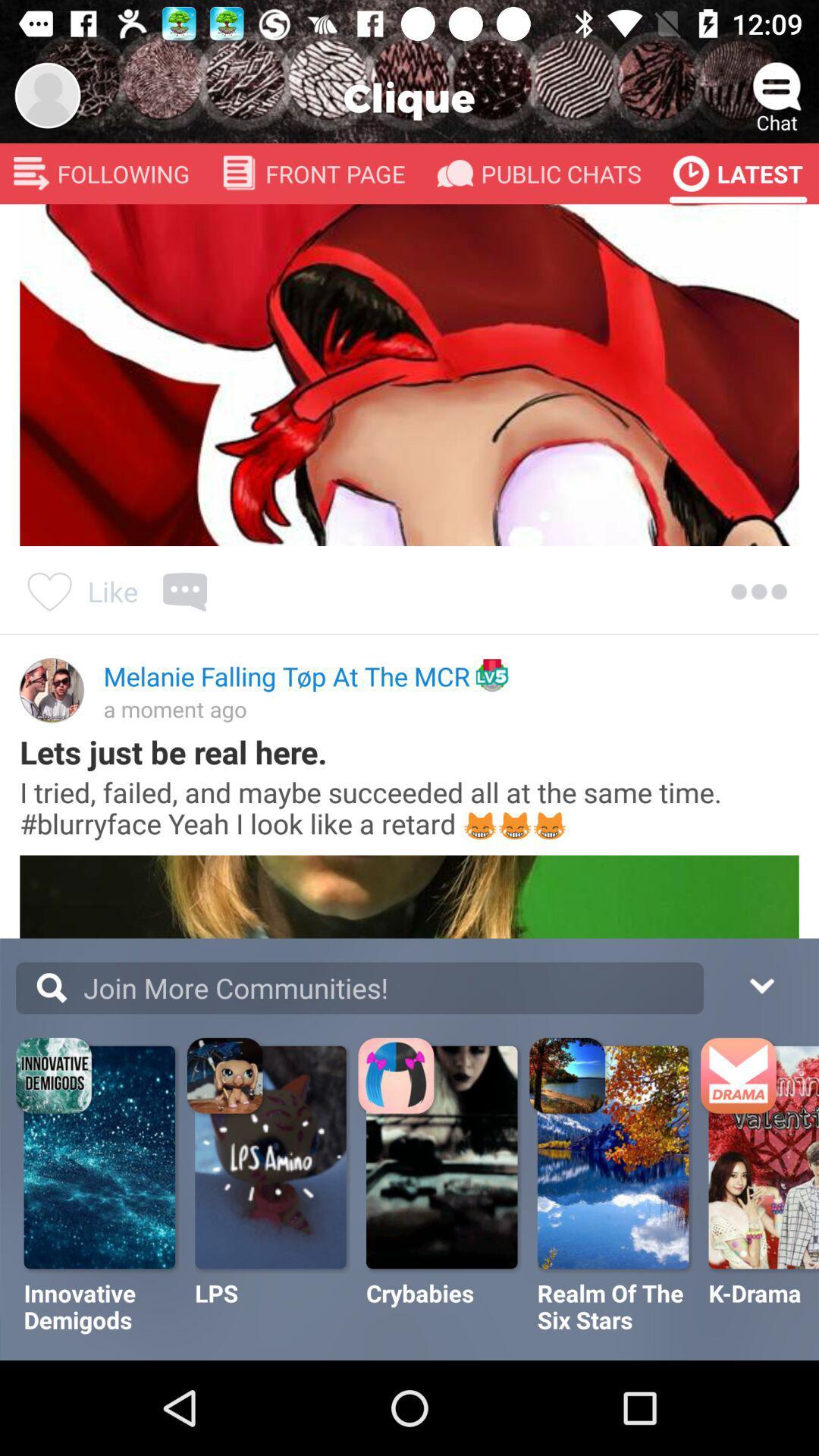 The width and height of the screenshot is (819, 1456). What do you see at coordinates (691, 174) in the screenshot?
I see `the latest  icon` at bounding box center [691, 174].